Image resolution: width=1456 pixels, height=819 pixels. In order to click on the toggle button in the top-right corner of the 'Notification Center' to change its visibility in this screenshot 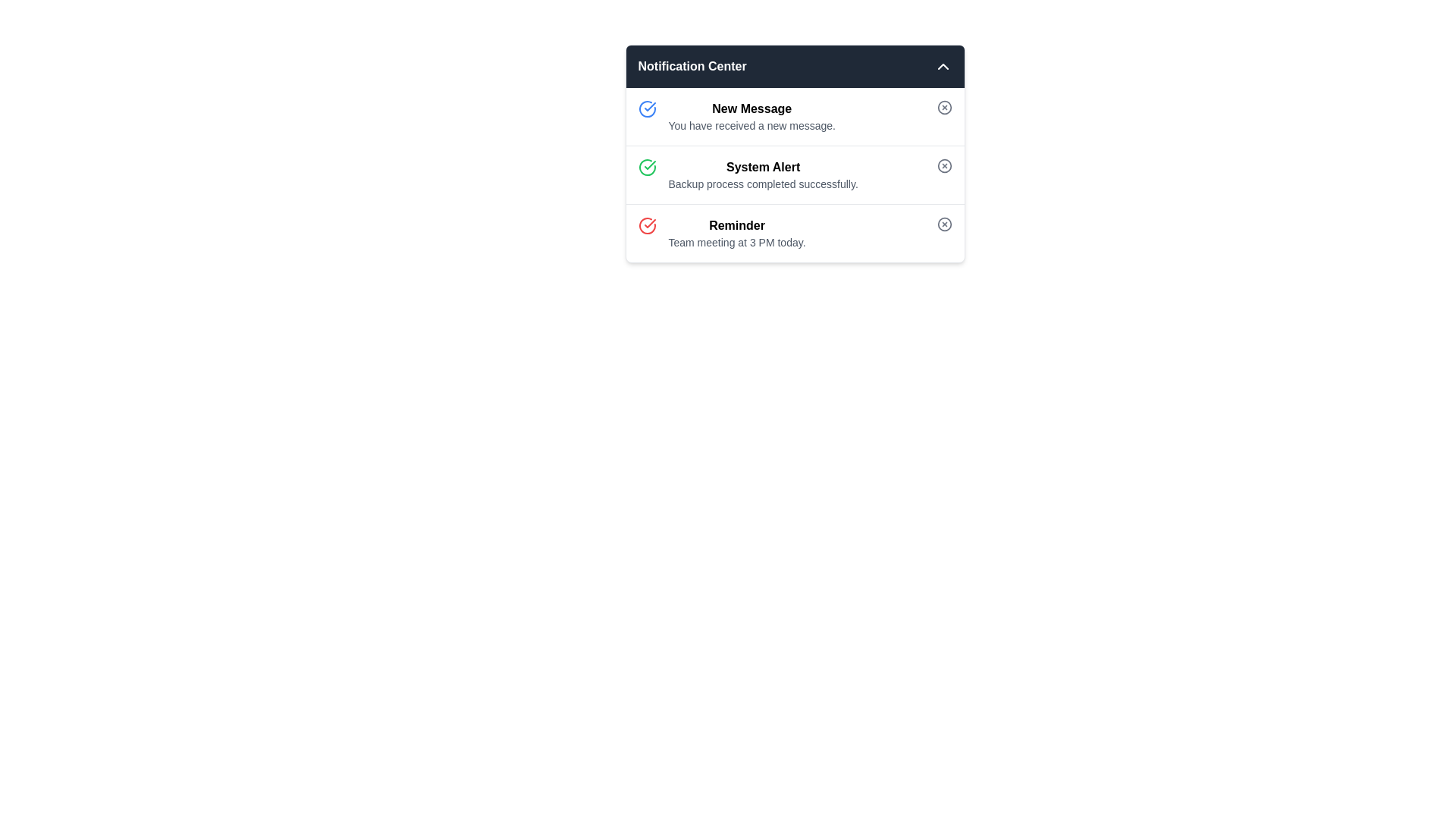, I will do `click(942, 66)`.